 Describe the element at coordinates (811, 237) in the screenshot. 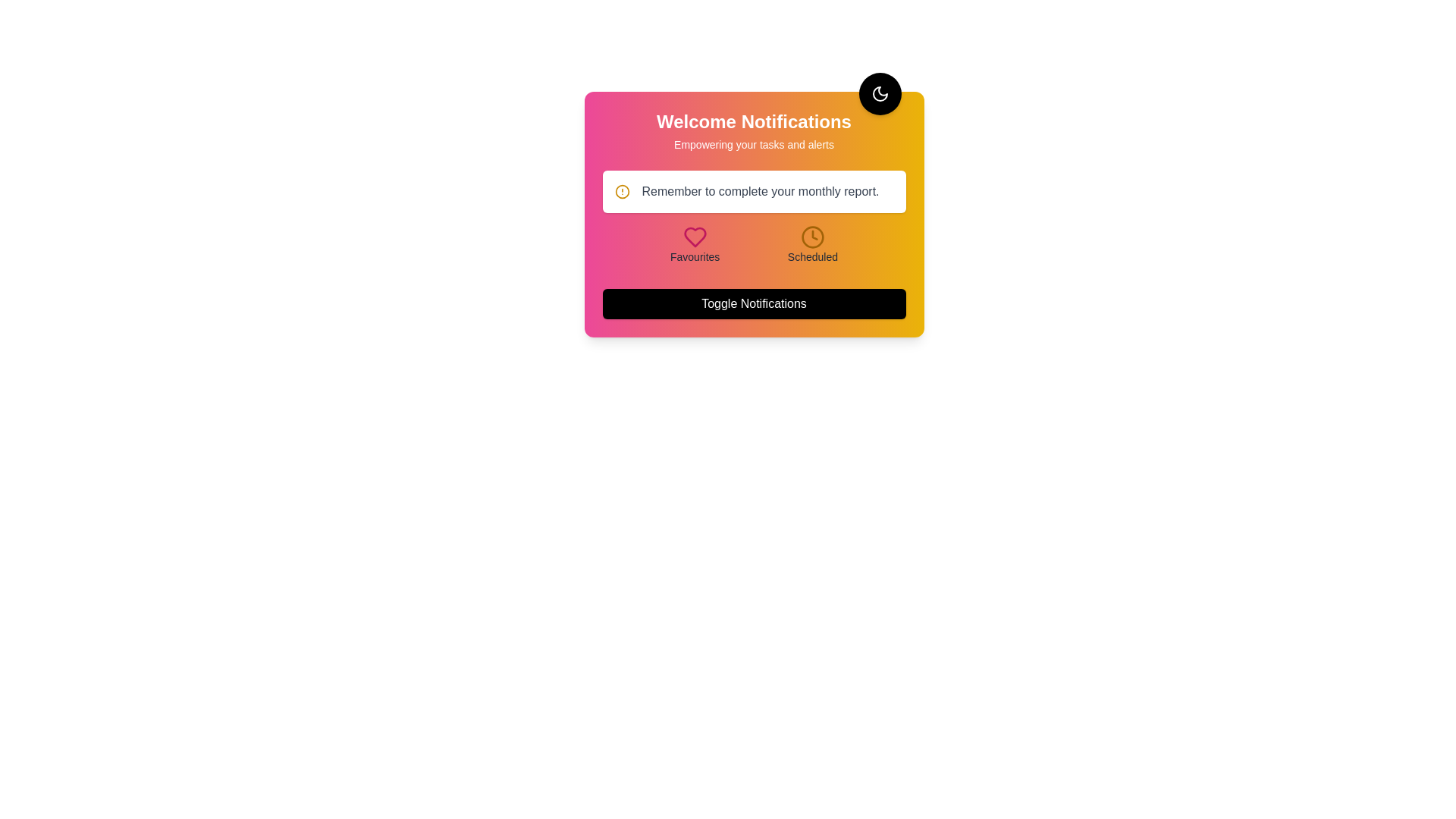

I see `the outer circular boundary of the clock icon located on the right side of the 'Scheduled' label in the notification card` at that location.